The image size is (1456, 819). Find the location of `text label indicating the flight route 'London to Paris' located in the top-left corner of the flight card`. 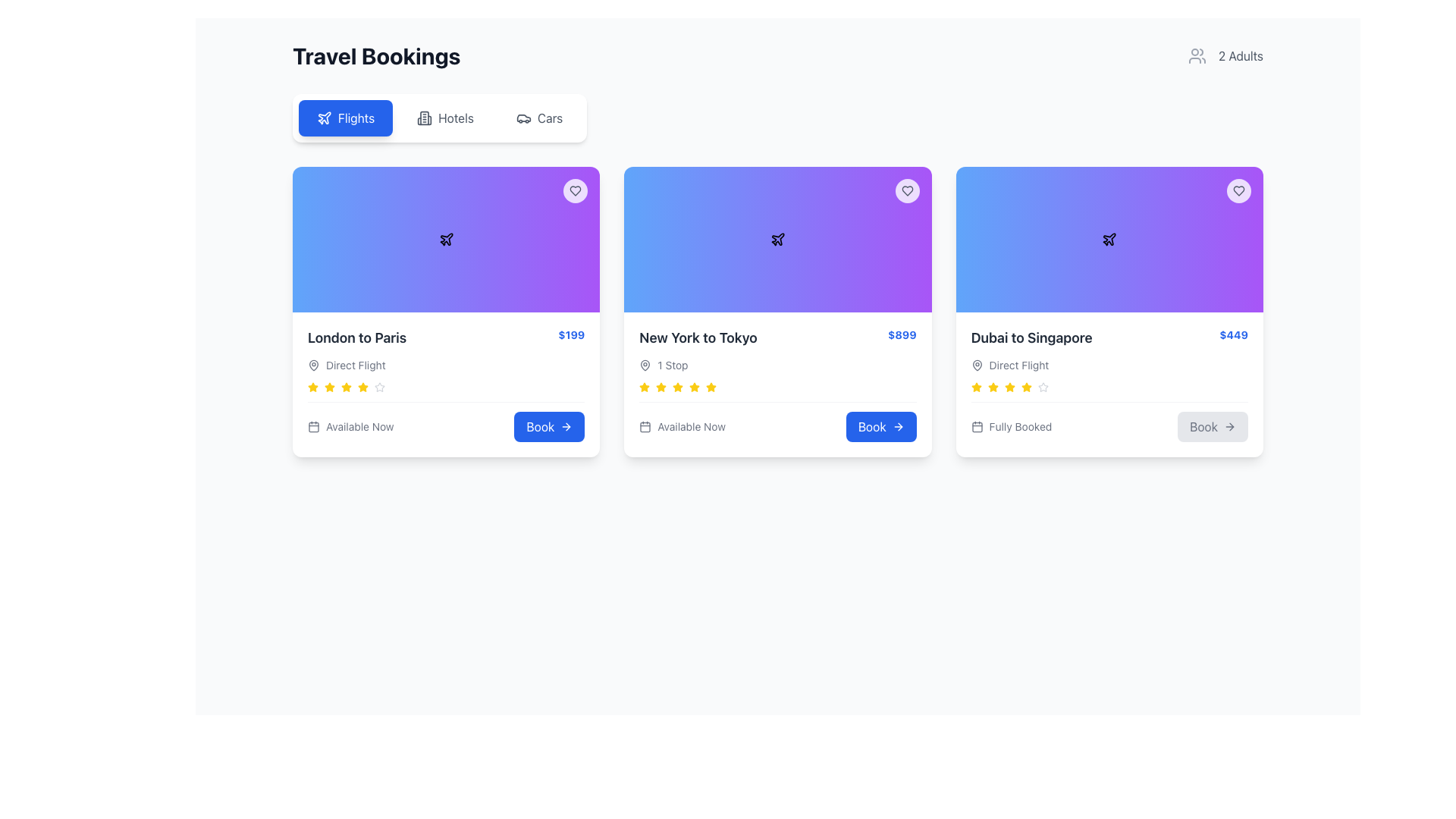

text label indicating the flight route 'London to Paris' located in the top-left corner of the flight card is located at coordinates (356, 337).